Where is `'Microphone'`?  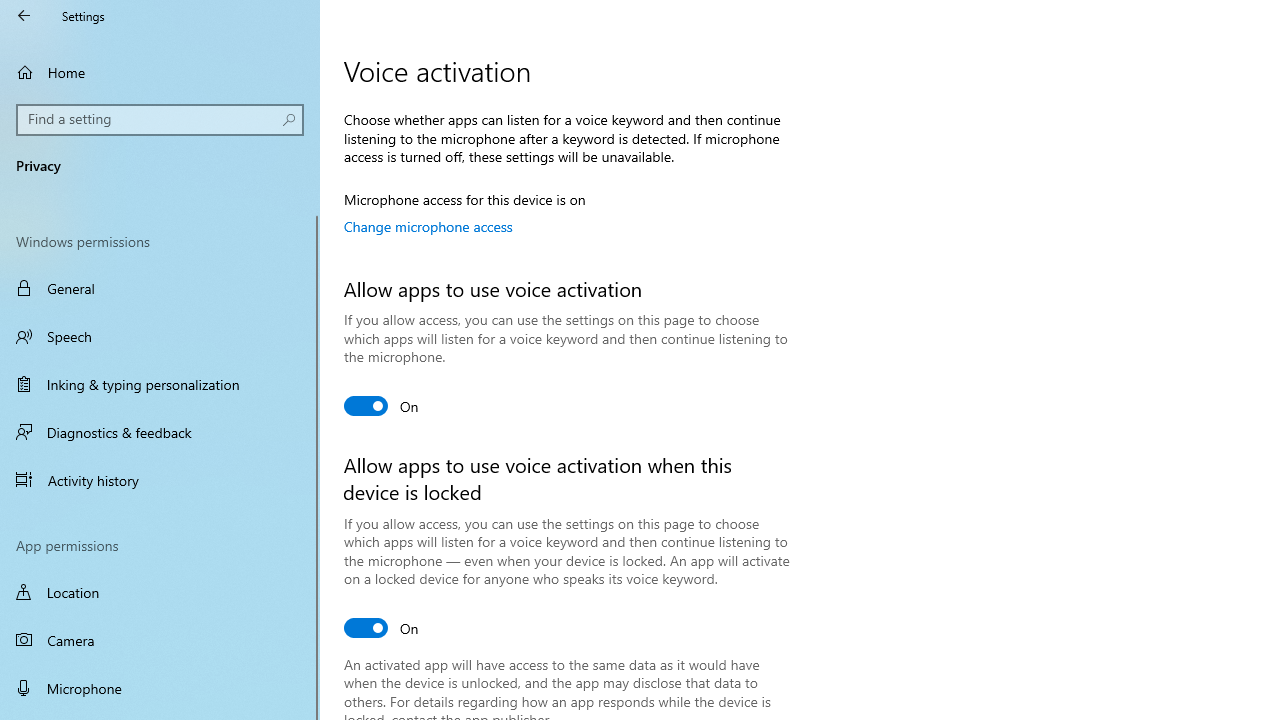
'Microphone' is located at coordinates (160, 686).